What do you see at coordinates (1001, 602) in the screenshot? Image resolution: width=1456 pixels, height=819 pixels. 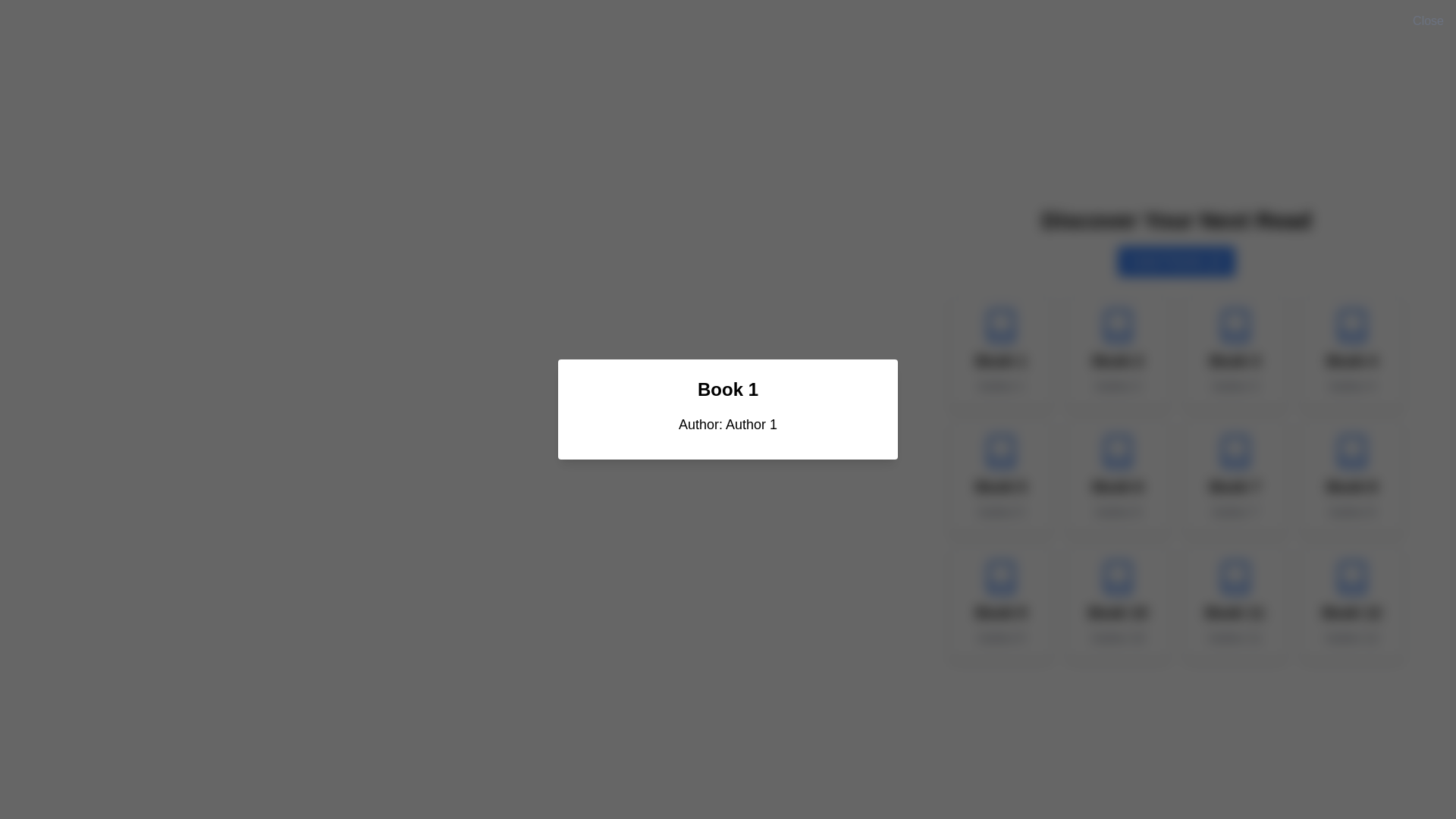 I see `the card labeled 'Book 9' and 'Author 9'` at bounding box center [1001, 602].